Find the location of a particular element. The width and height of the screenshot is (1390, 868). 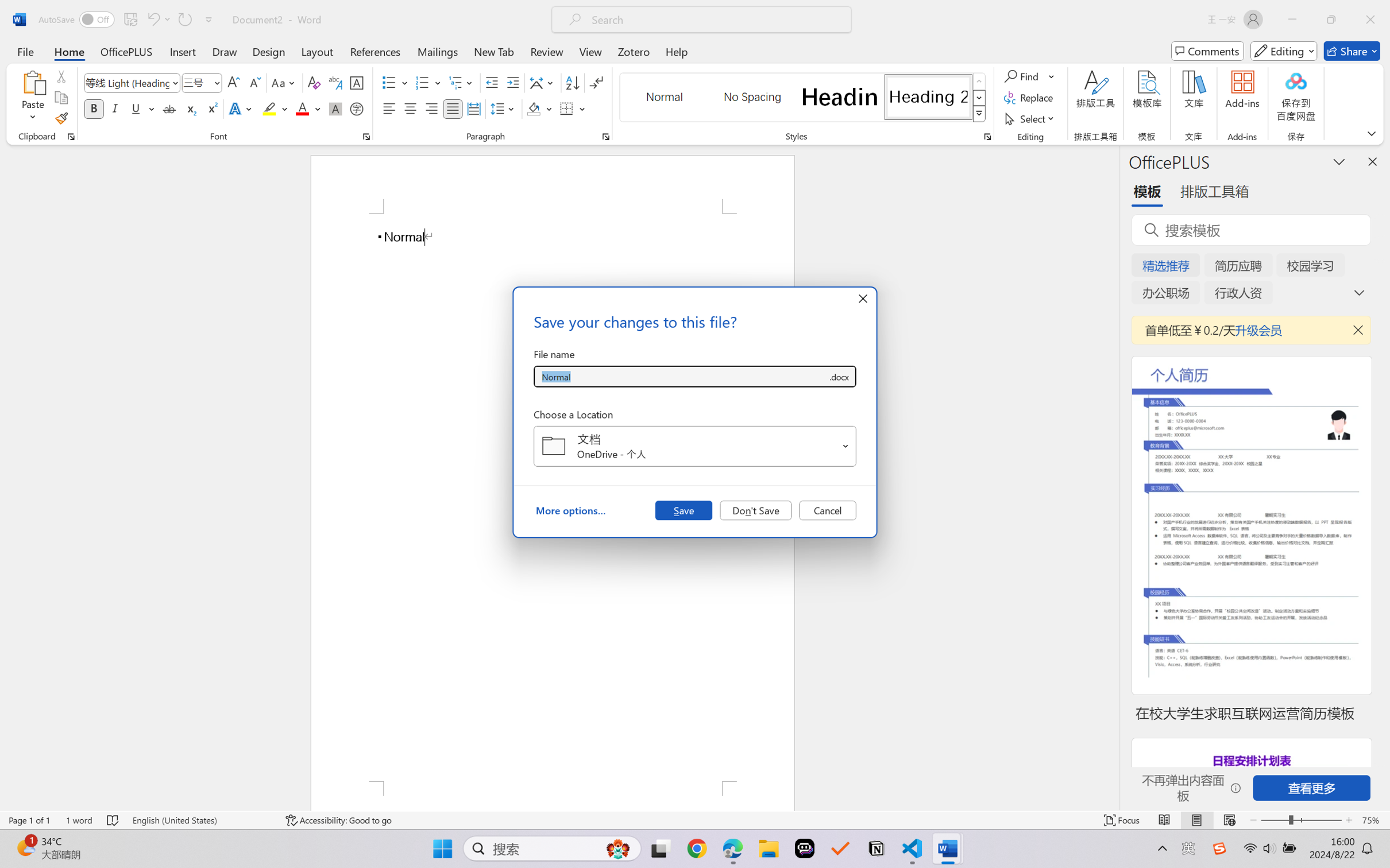

'Class: NetUIImage' is located at coordinates (978, 114).